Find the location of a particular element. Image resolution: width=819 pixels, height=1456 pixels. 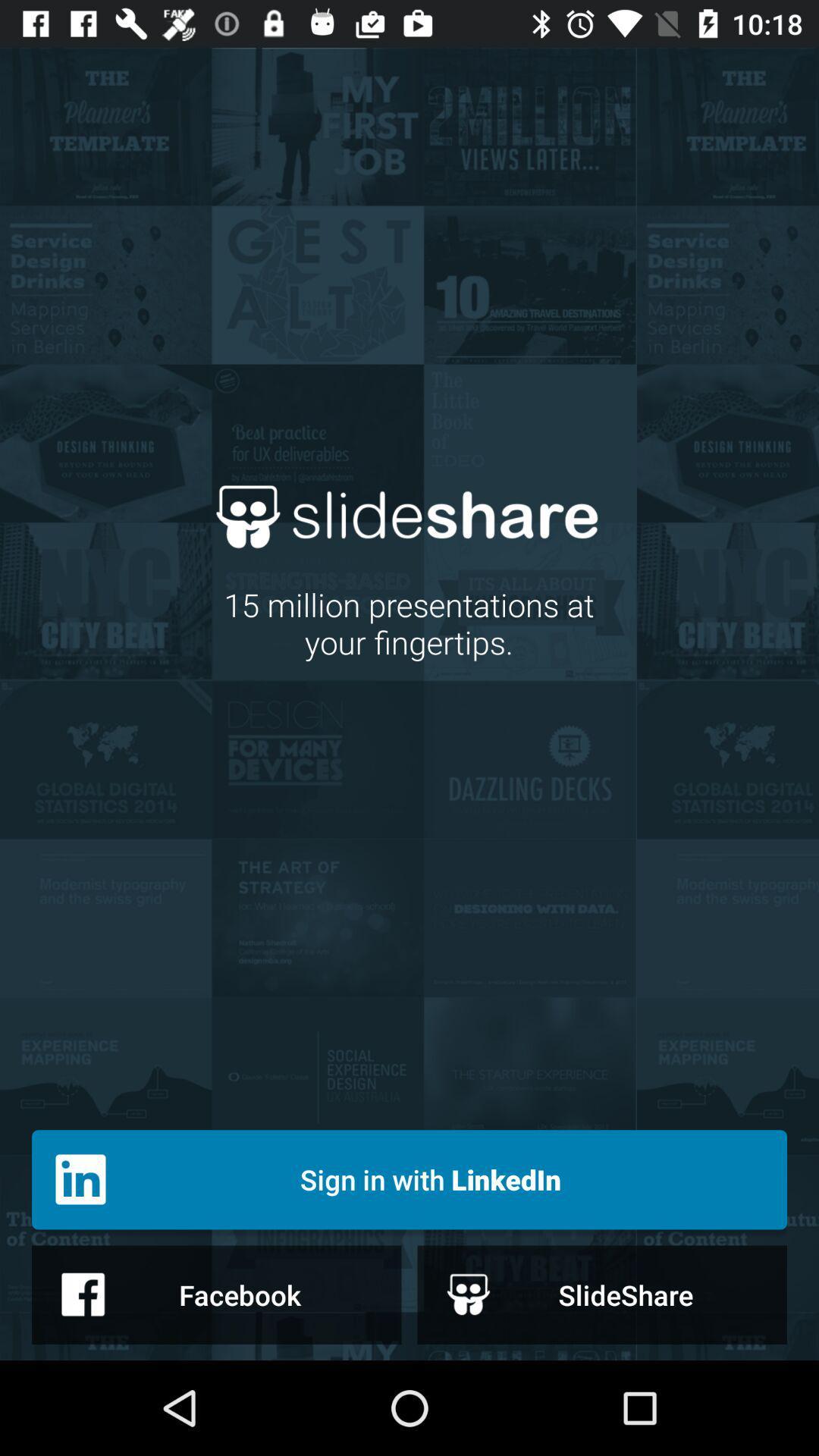

icon below 15 million presentations icon is located at coordinates (409, 1178).